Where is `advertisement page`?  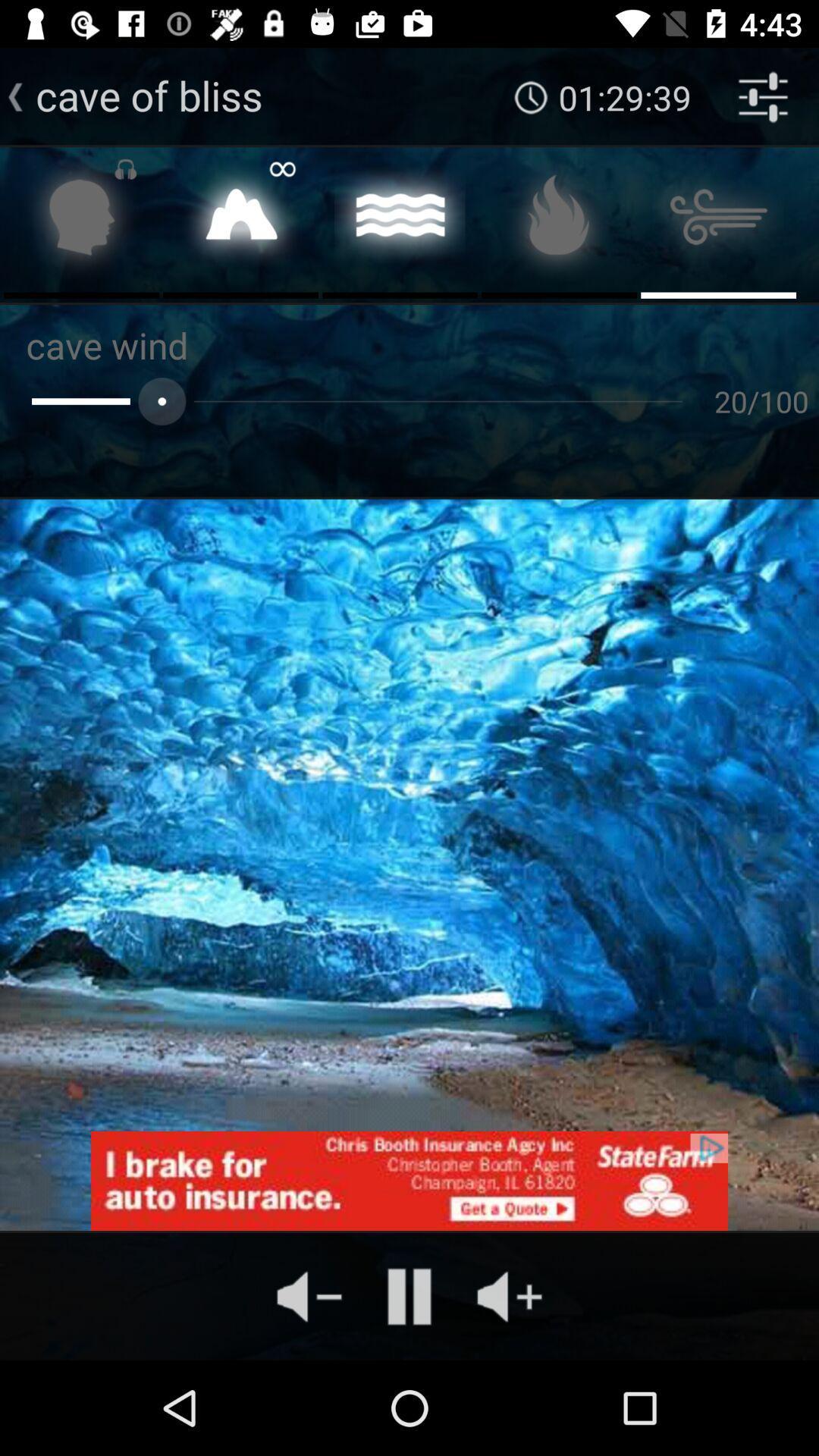 advertisement page is located at coordinates (409, 1180).